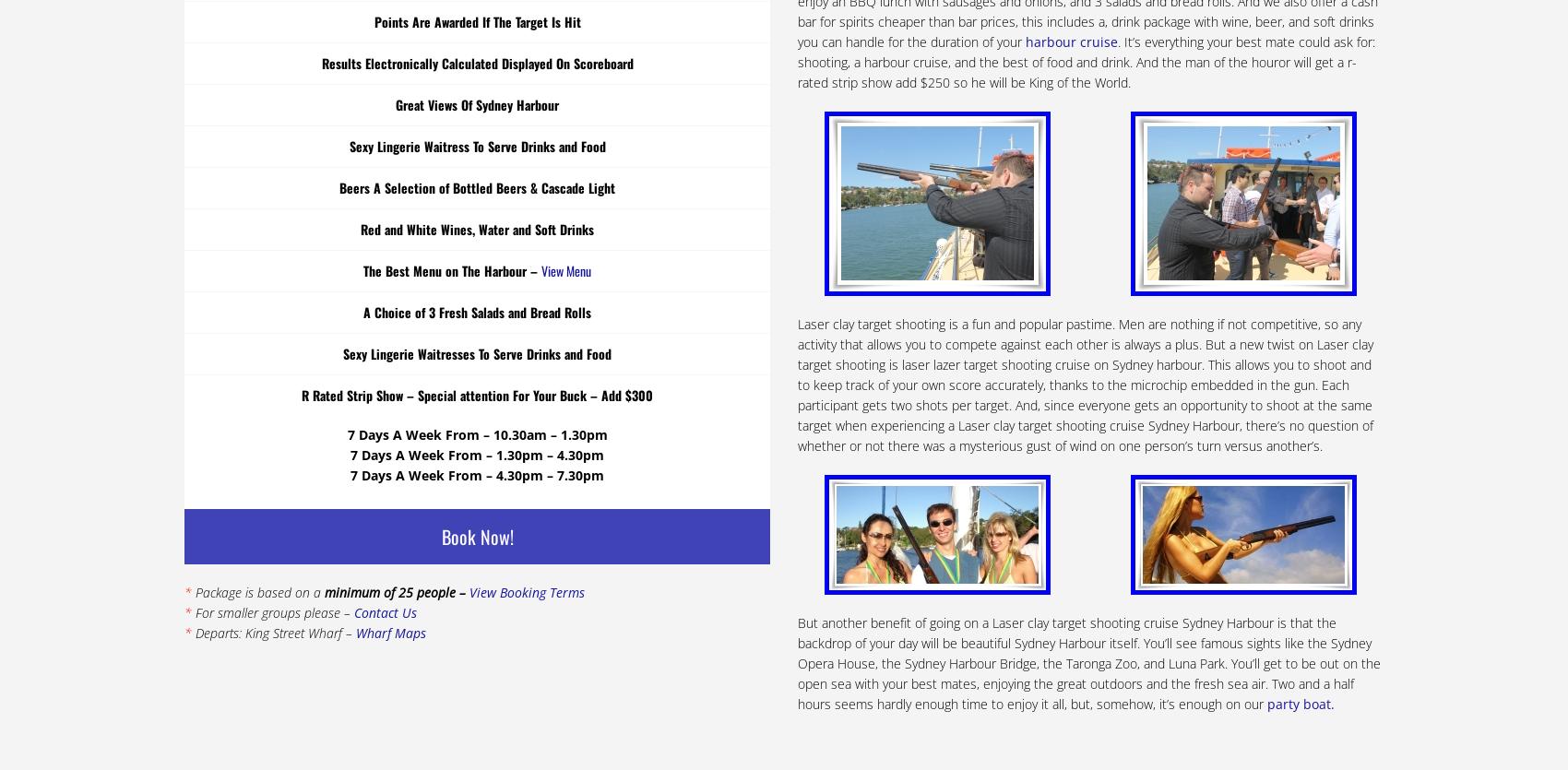  Describe the element at coordinates (797, 662) in the screenshot. I see `'But another benefit of going on a Laser clay target shooting cruise Sydney Harbour is that the backdrop of your day will be beautiful Sydney Harbour itself. You’ll see famous sights like the Sydney Opera House, the Sydney Harbour Bridge, the Taronga Zoo, and Luna Park. You’ll get to be out on the open sea with your best mates, enjoying the great outdoors and the fresh sea air. Two and a half hours seems hardly enough time to enjoy it all, but, somehow, it’s enough on our'` at that location.